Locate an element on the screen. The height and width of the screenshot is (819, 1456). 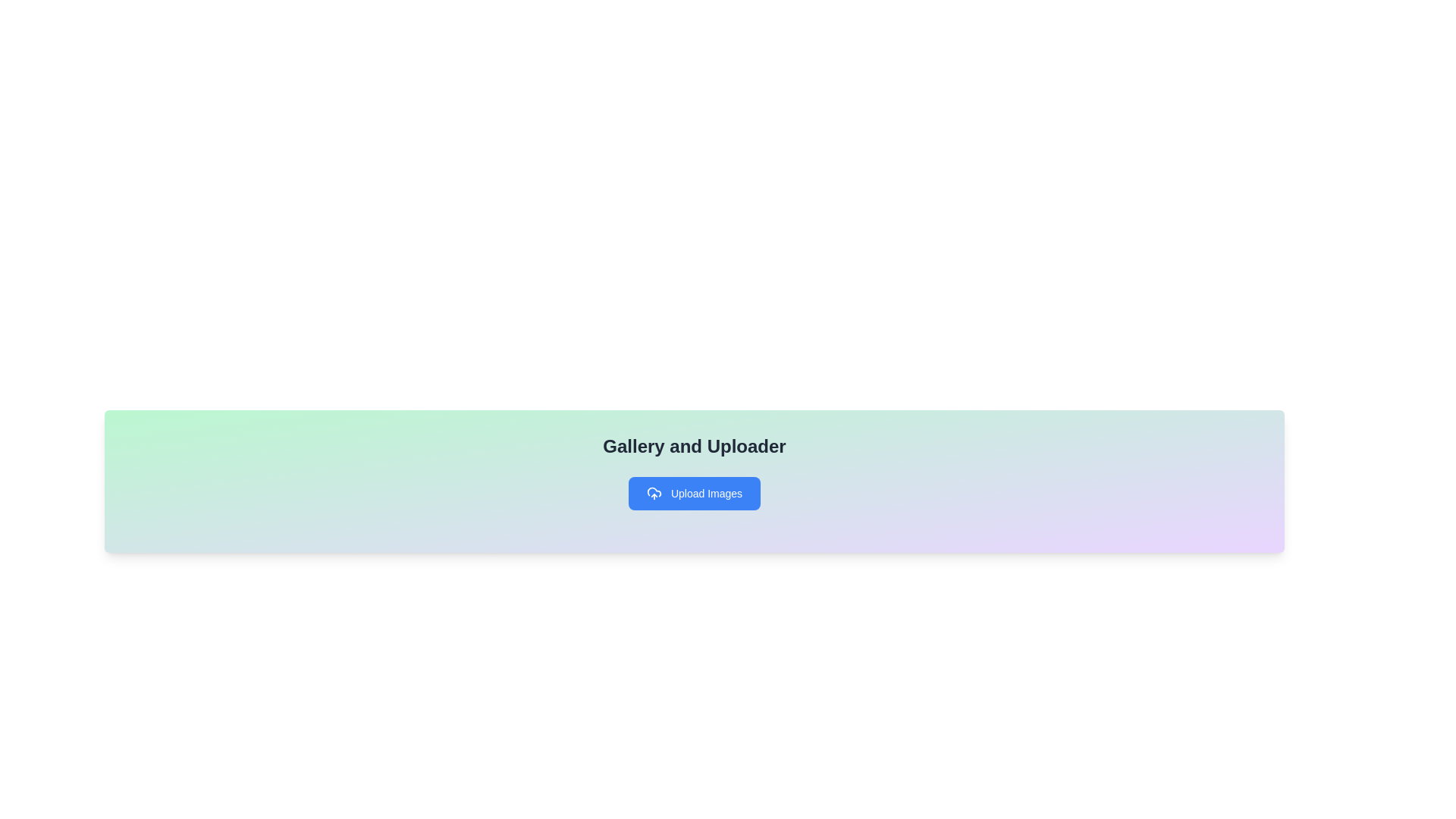
the image upload button located below the 'Gallery and Uploader' title to change its hover state is located at coordinates (694, 494).